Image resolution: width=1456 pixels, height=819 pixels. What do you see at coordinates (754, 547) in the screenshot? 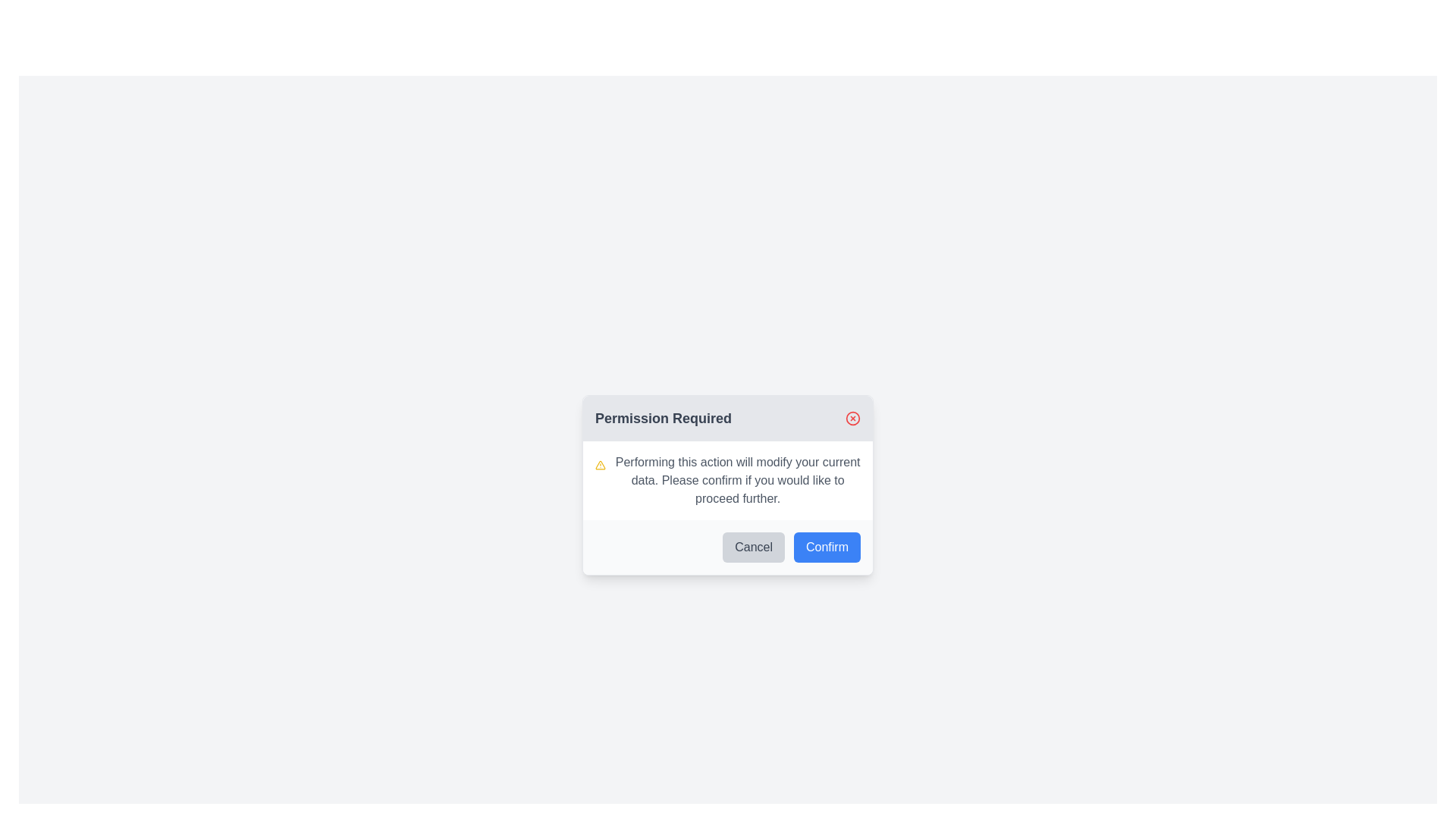
I see `the 'Cancel' button` at bounding box center [754, 547].